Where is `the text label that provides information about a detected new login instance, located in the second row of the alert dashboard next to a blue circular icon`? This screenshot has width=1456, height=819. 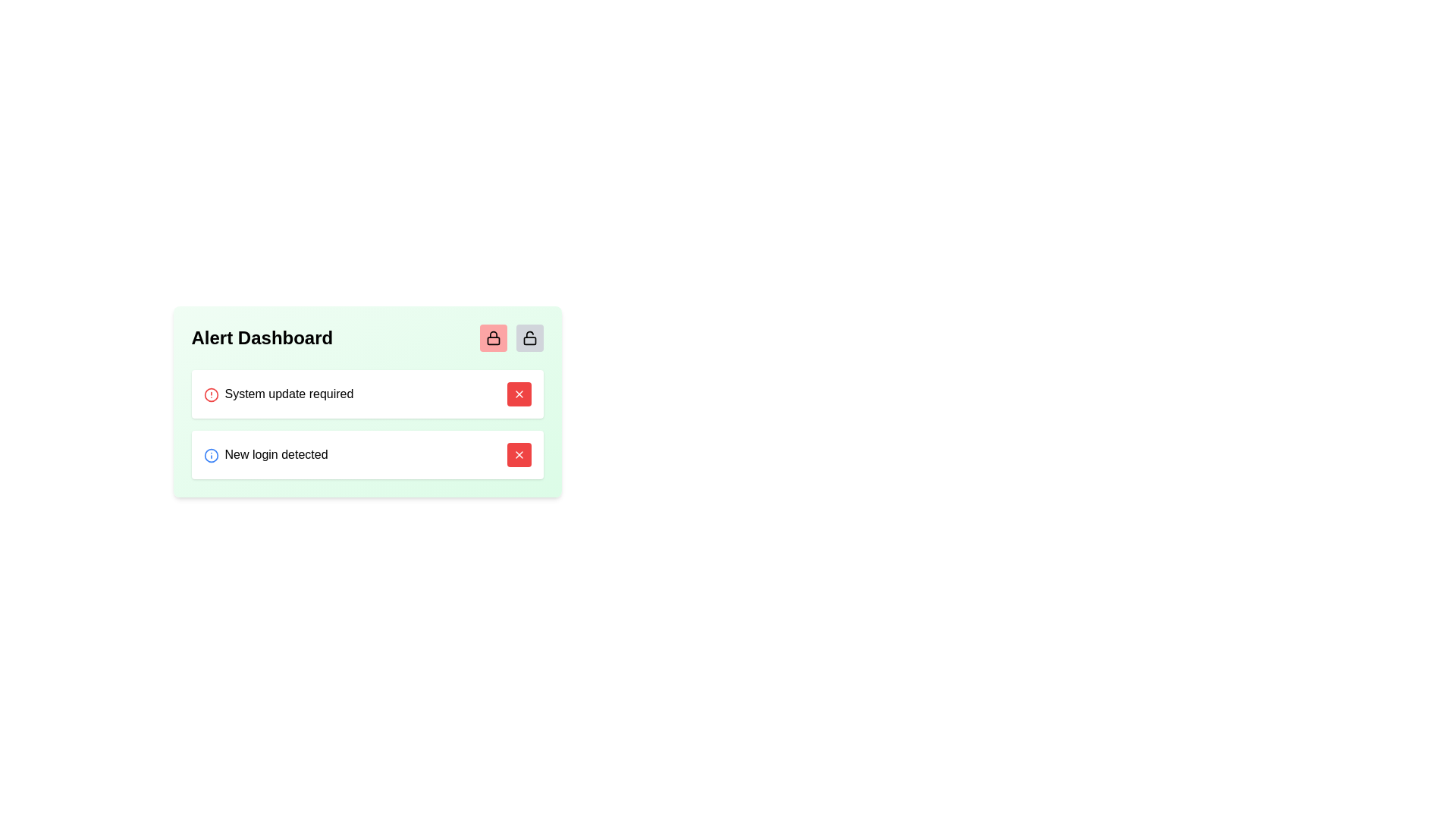 the text label that provides information about a detected new login instance, located in the second row of the alert dashboard next to a blue circular icon is located at coordinates (265, 454).